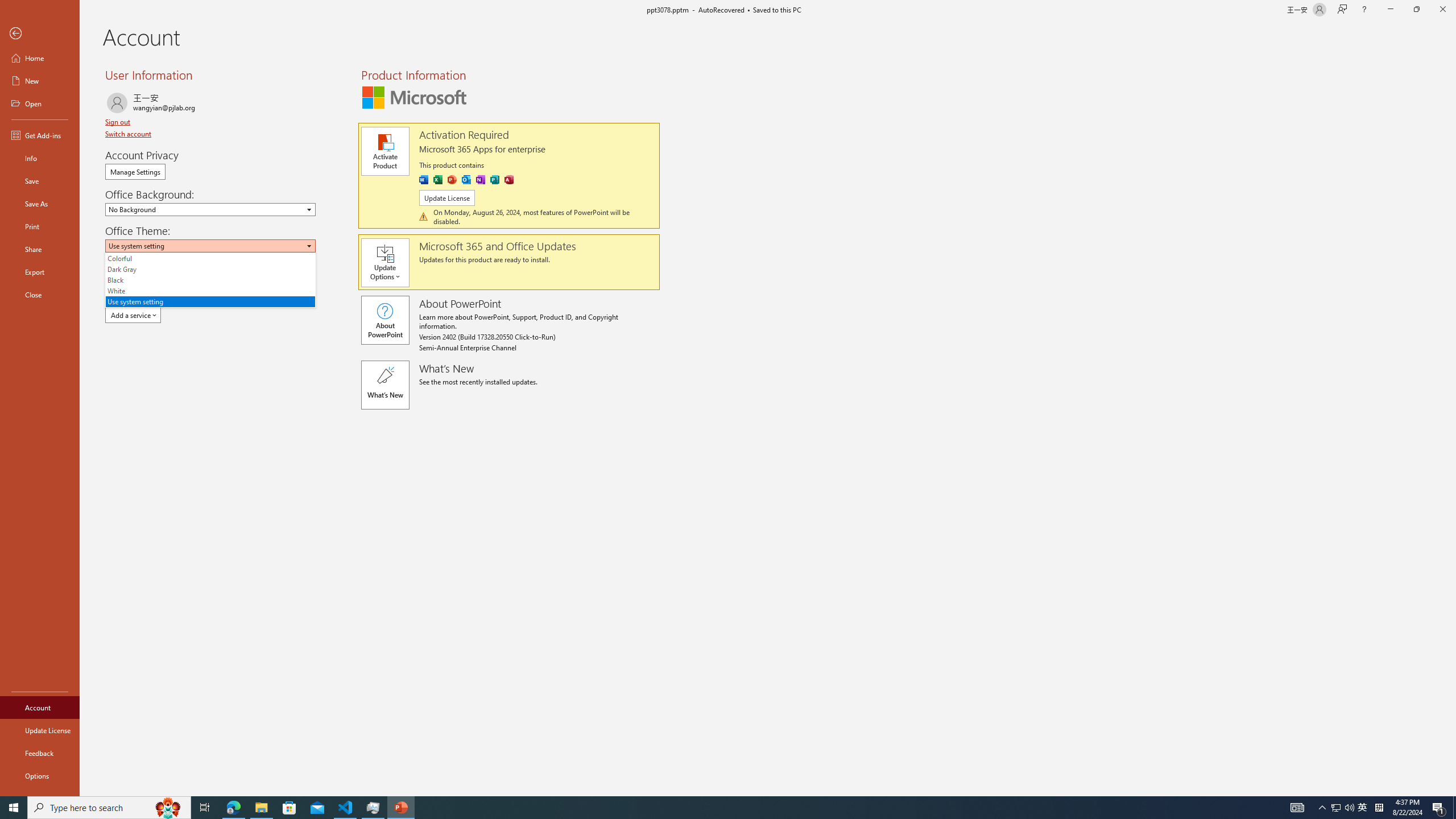 This screenshot has width=1456, height=819. I want to click on 'Word', so click(423, 179).